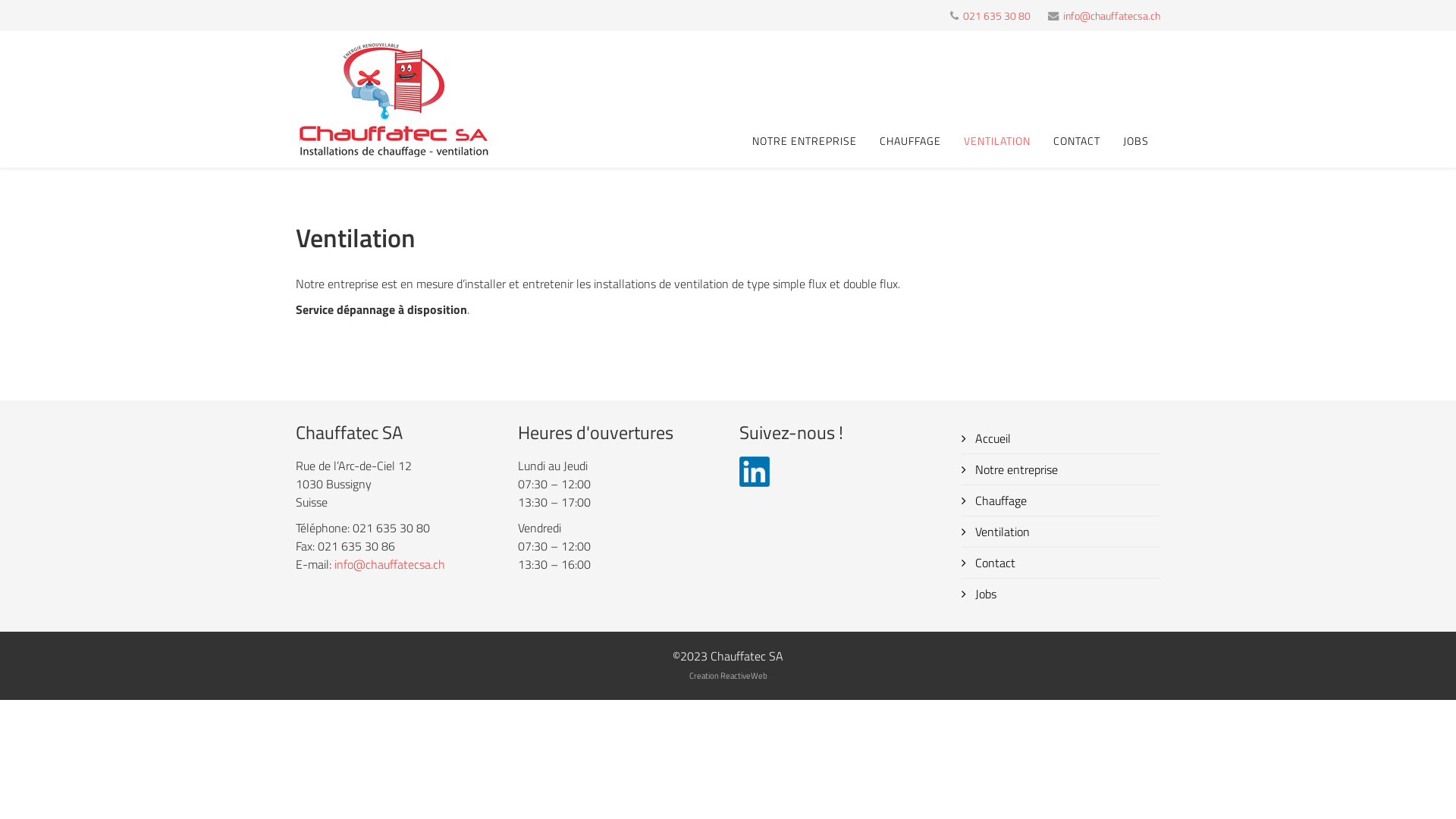  Describe the element at coordinates (962, 15) in the screenshot. I see `'021 635 30 80'` at that location.